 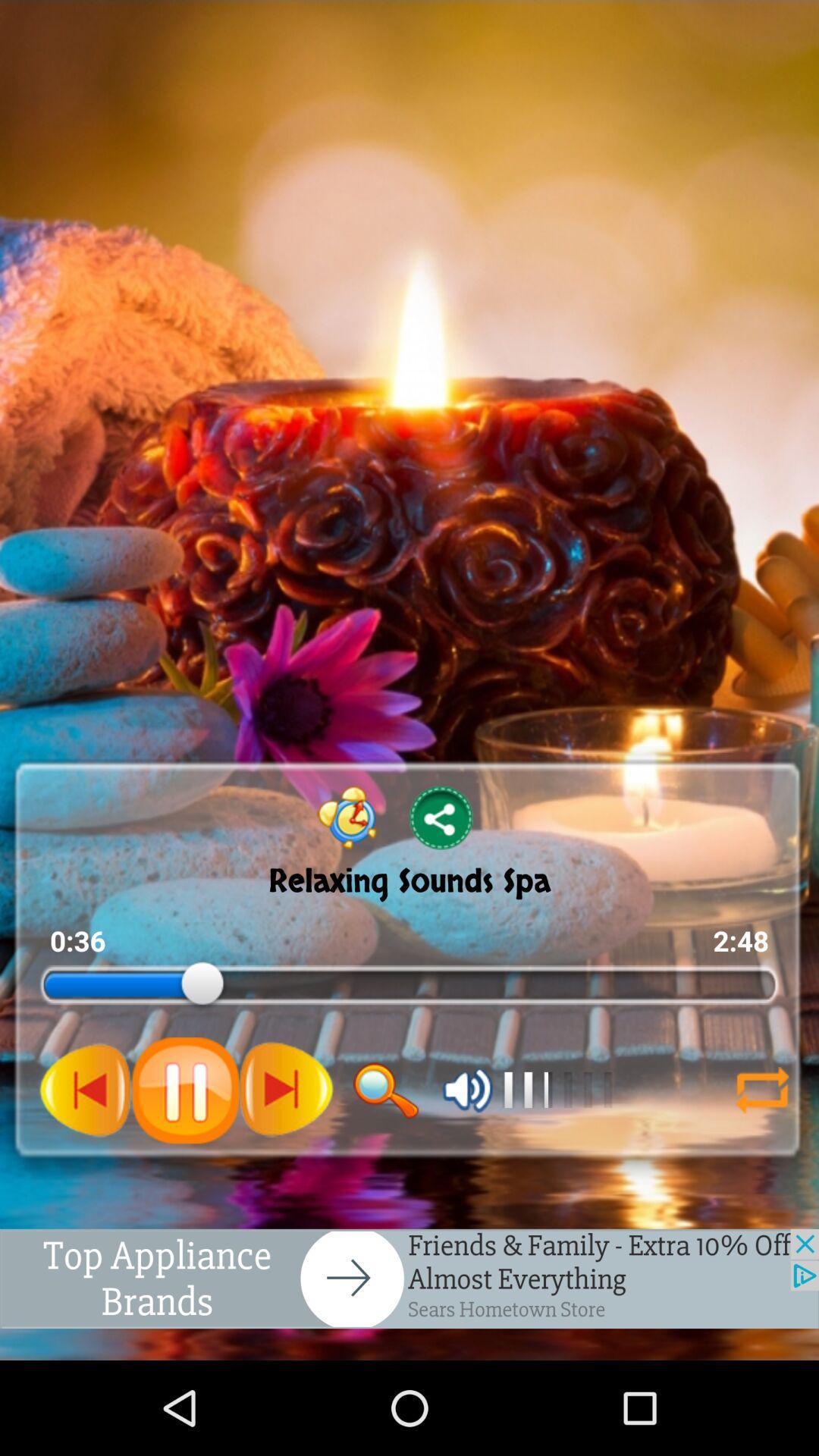 I want to click on search option, so click(x=385, y=1090).